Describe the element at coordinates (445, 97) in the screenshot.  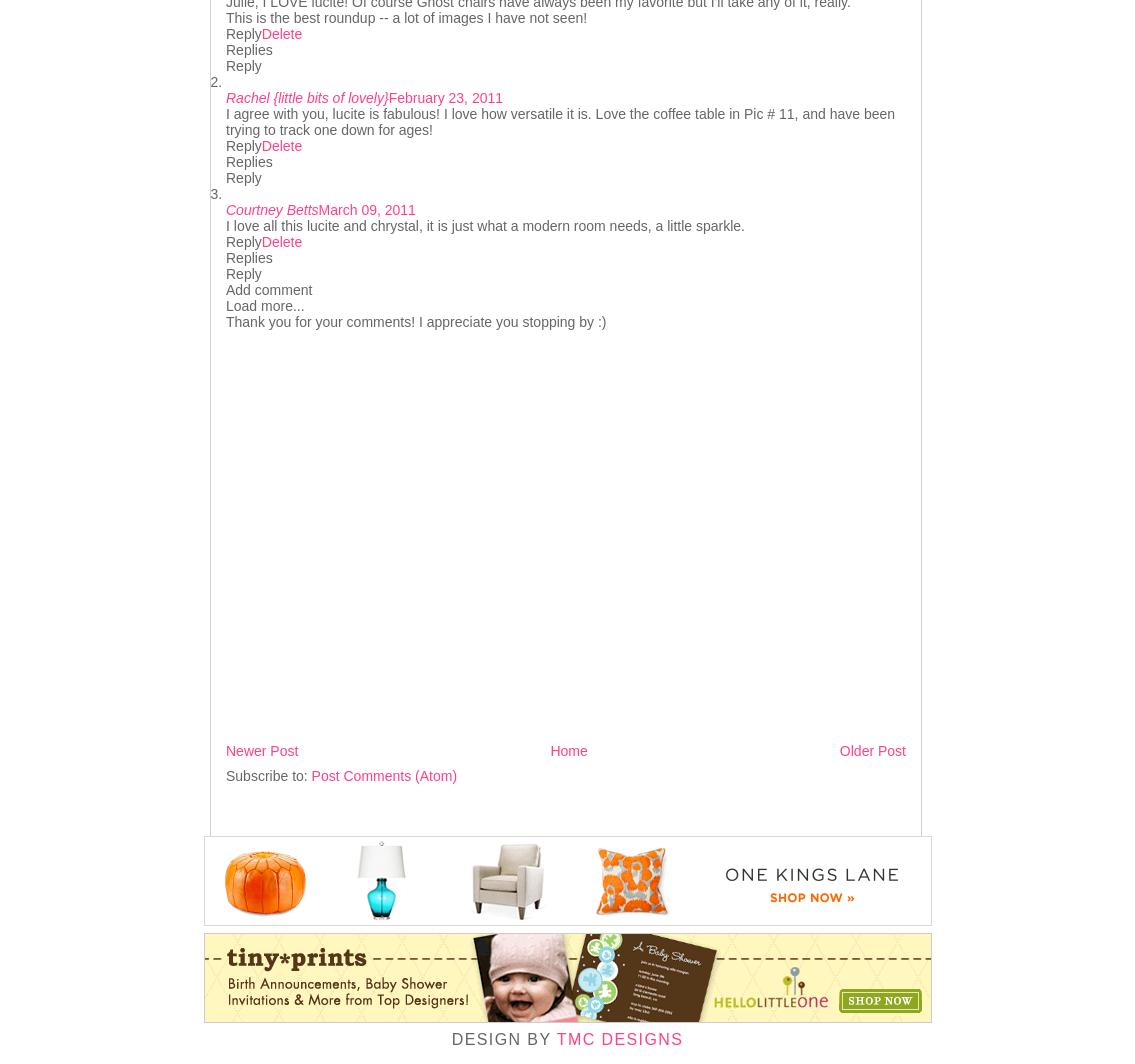
I see `'February 23, 2011'` at that location.